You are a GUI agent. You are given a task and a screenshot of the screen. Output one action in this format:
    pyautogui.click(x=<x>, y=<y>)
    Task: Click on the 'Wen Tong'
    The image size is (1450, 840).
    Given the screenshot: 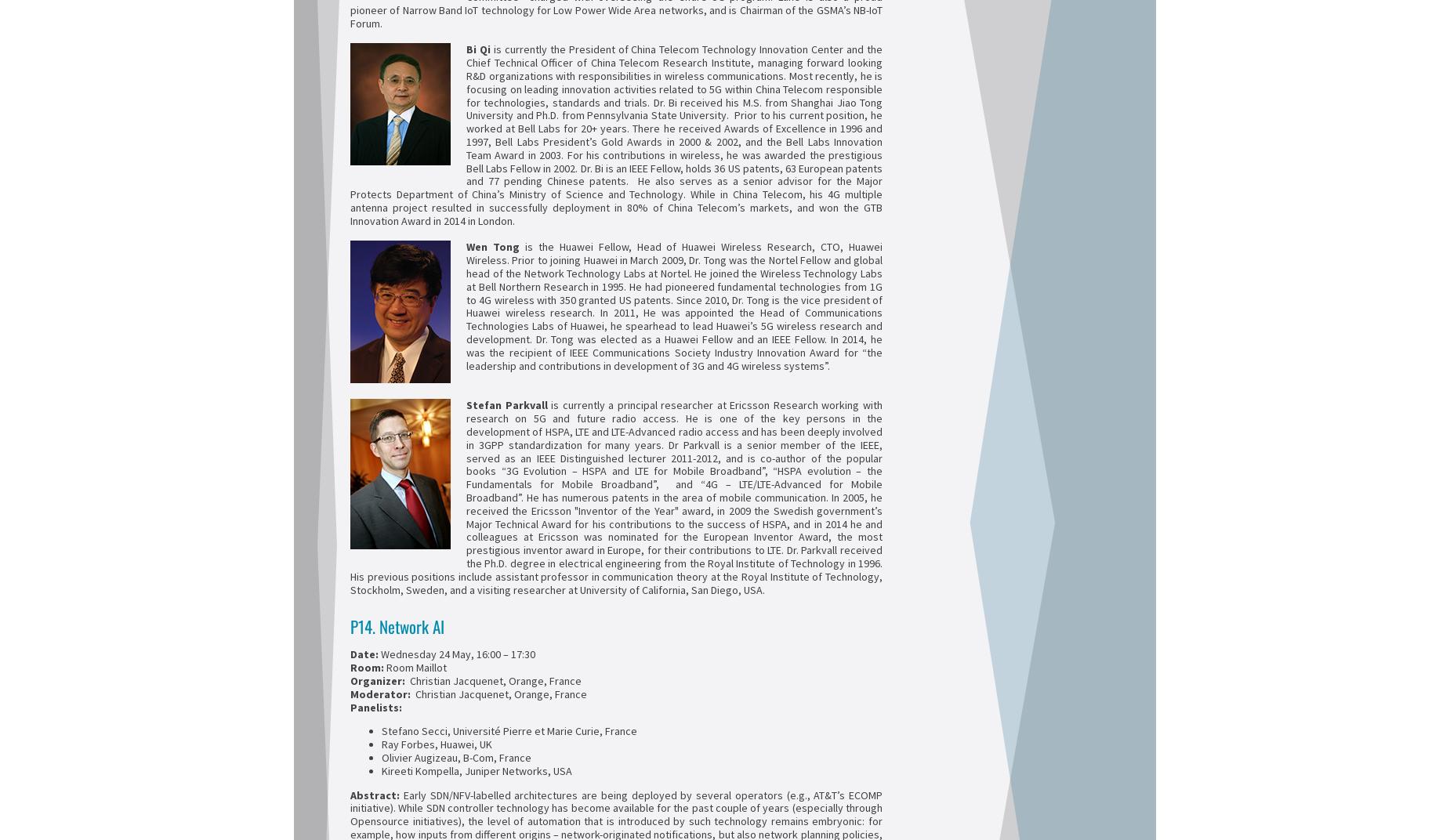 What is the action you would take?
    pyautogui.click(x=466, y=245)
    